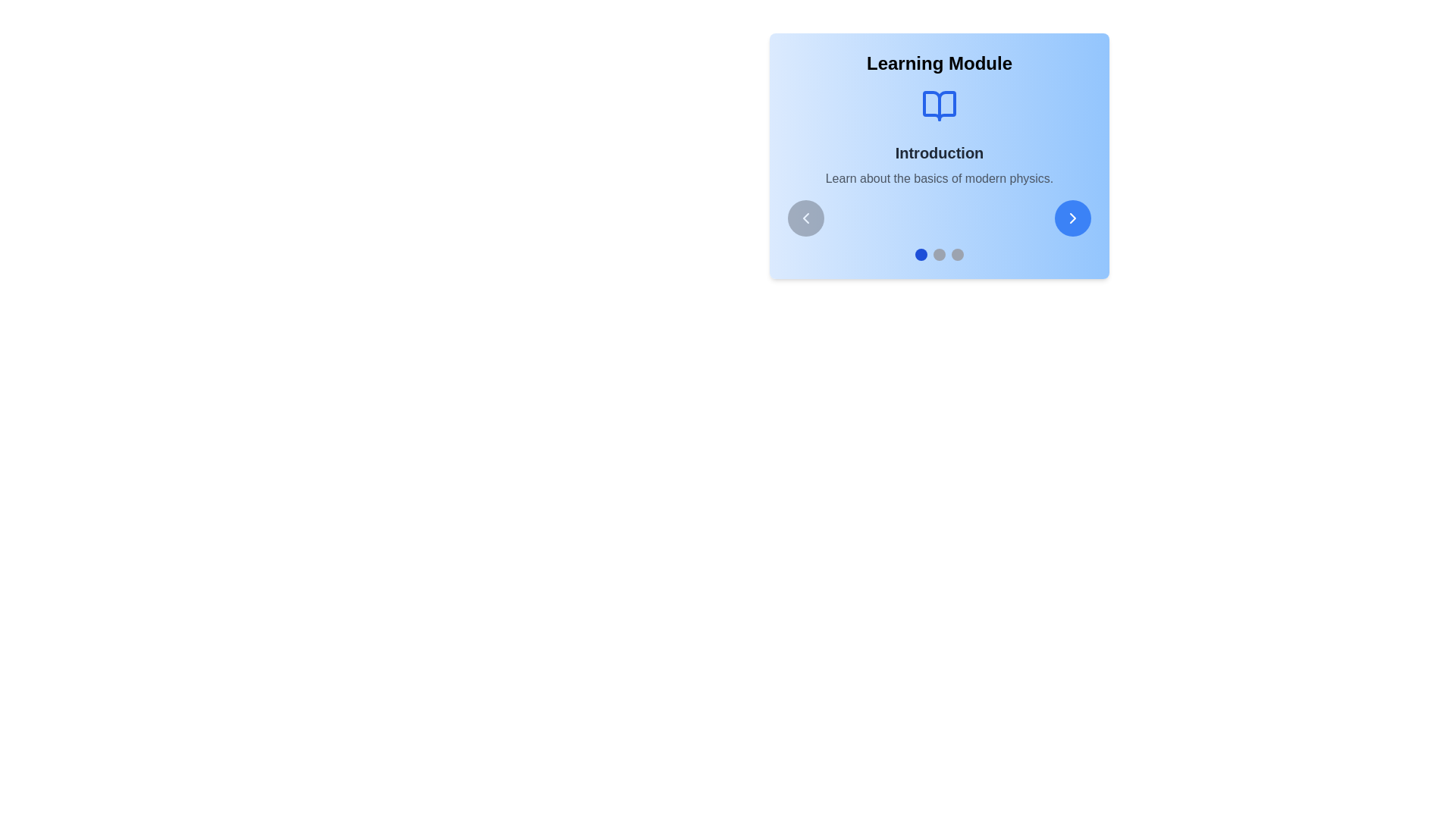  What do you see at coordinates (938, 253) in the screenshot?
I see `the second circular progress indicator with a gray background located at the bottom of the module card to interact if active` at bounding box center [938, 253].